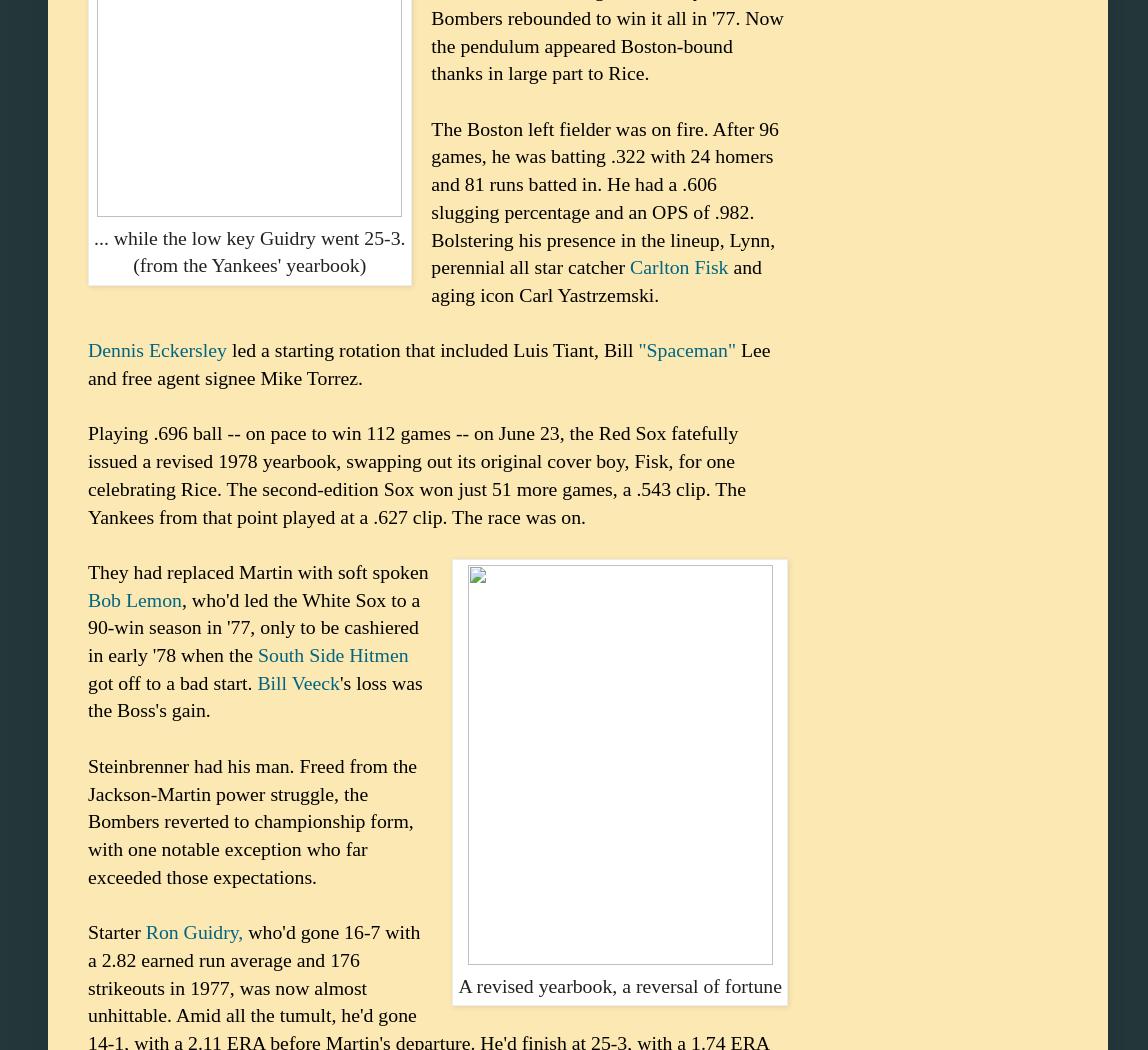 The image size is (1148, 1050). What do you see at coordinates (144, 931) in the screenshot?
I see `'Ron Guidry,'` at bounding box center [144, 931].